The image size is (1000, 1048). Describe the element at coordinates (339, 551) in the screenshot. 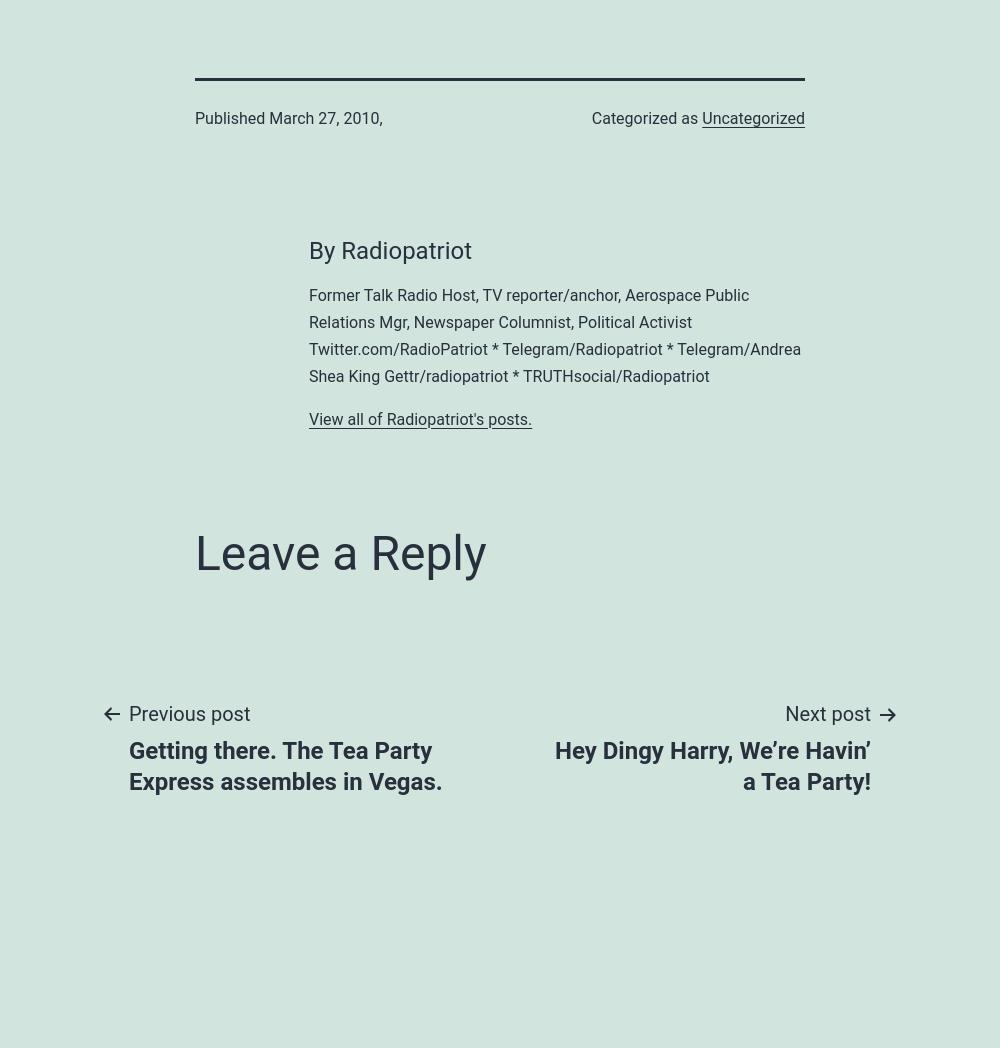

I see `'Leave a Reply'` at that location.